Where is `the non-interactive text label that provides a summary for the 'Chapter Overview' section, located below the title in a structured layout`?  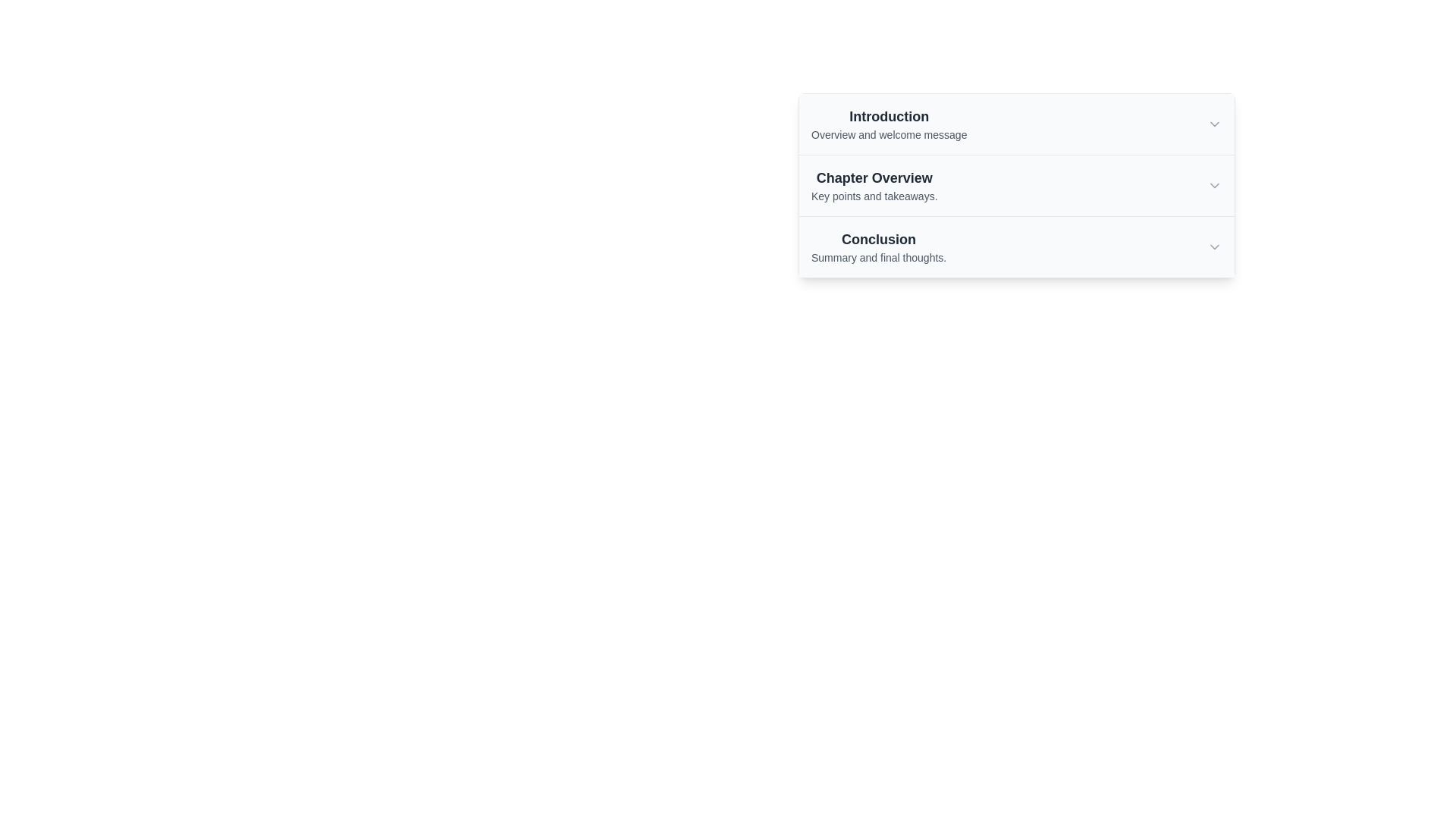 the non-interactive text label that provides a summary for the 'Chapter Overview' section, located below the title in a structured layout is located at coordinates (874, 195).